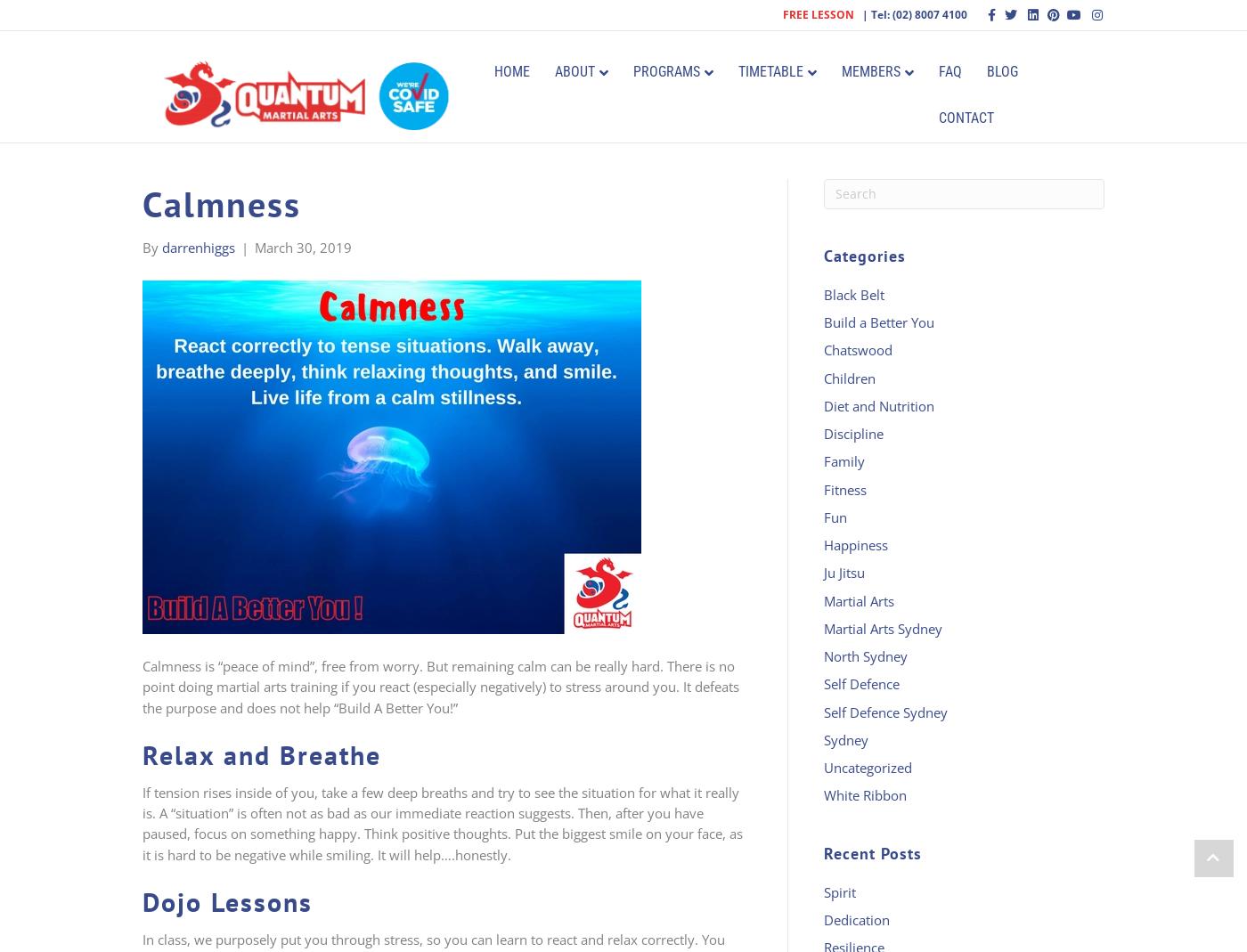 This screenshot has width=1247, height=952. Describe the element at coordinates (199, 245) in the screenshot. I see `'darrenhiggs'` at that location.